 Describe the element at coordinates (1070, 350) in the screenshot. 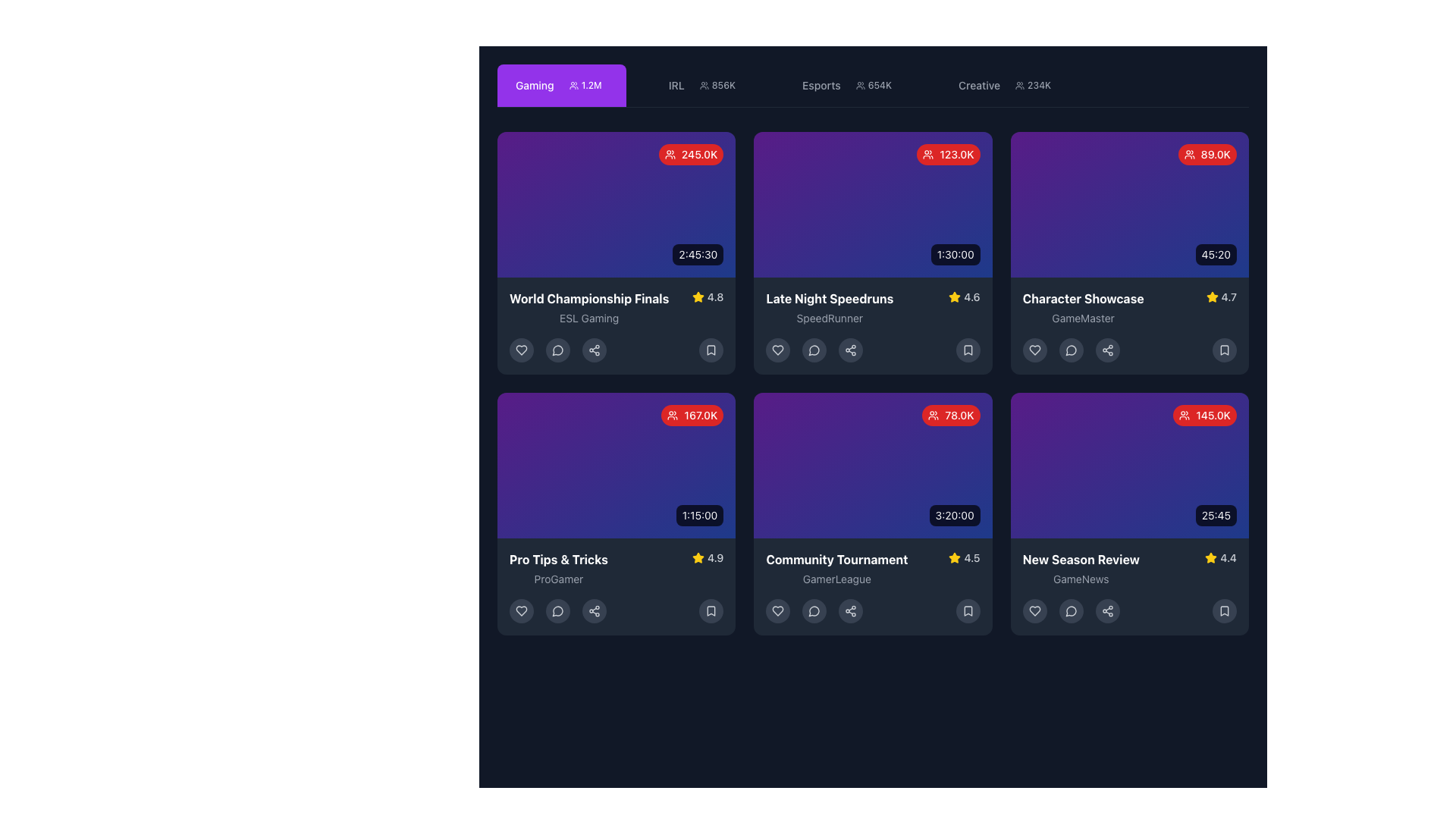

I see `the circular button with a speech bubble icon located in the footer of the 'Character Showcase' card to observe the hover effect` at that location.